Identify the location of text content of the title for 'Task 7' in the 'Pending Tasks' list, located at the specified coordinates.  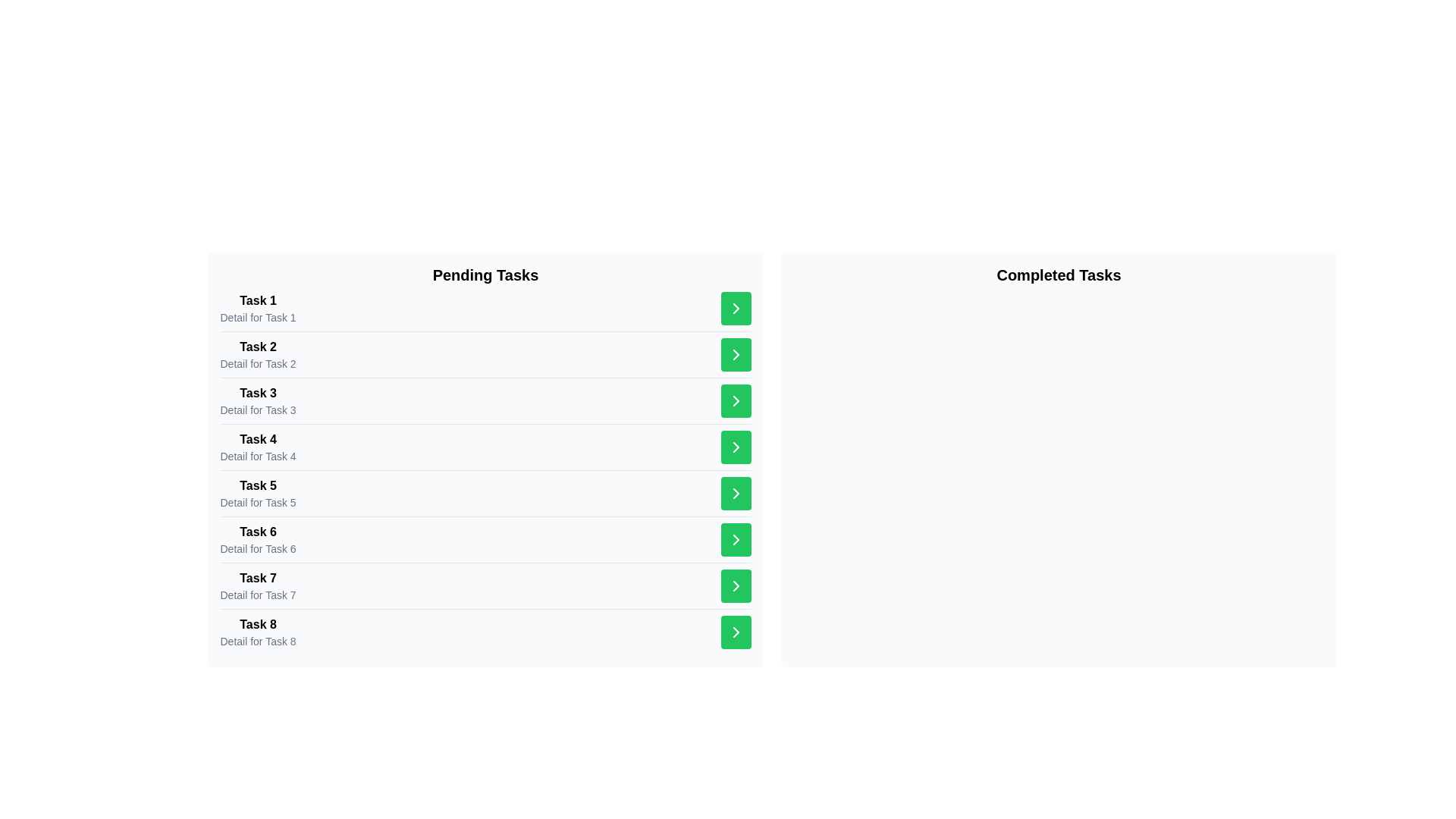
(258, 579).